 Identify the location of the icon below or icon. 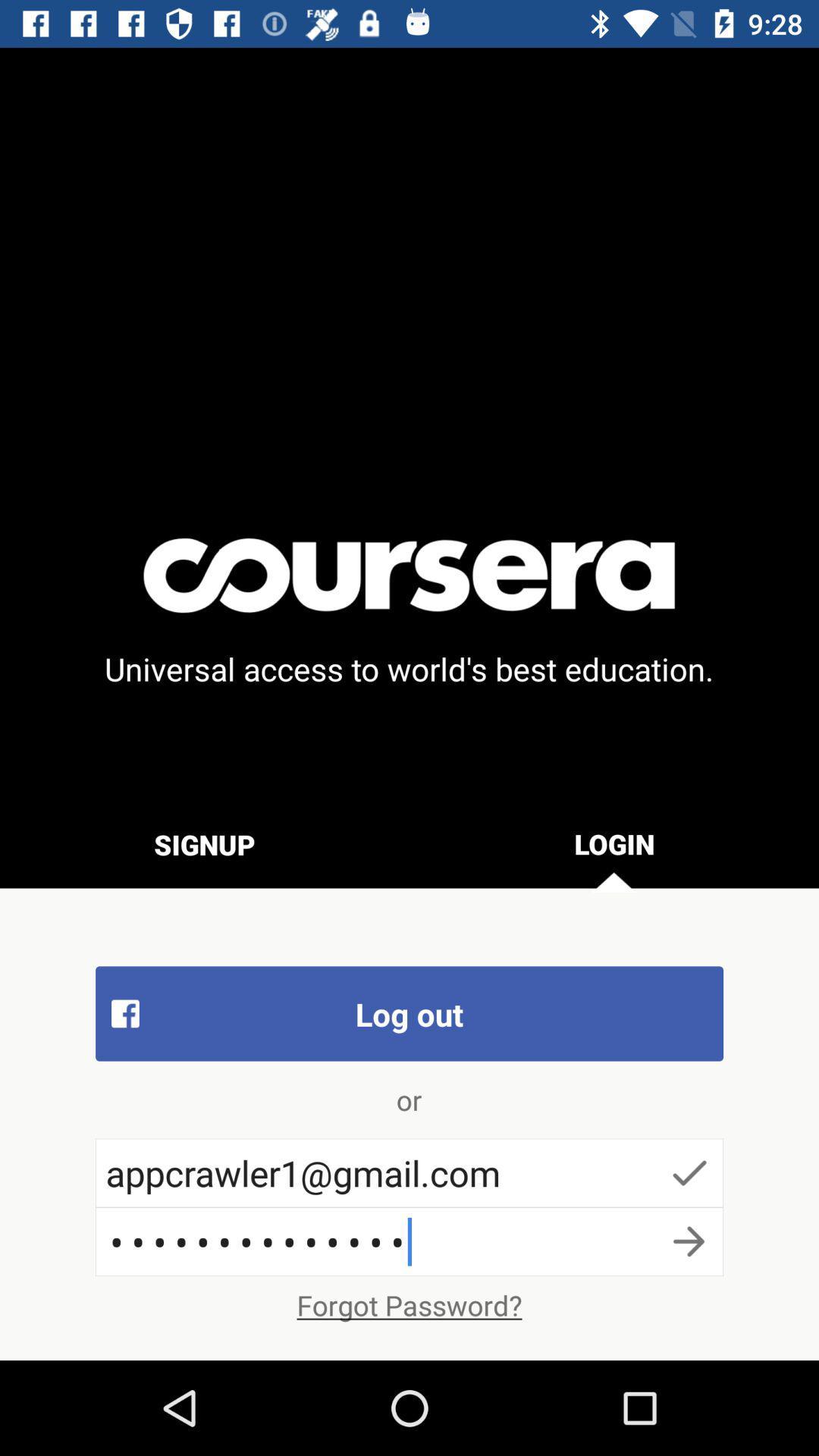
(409, 1172).